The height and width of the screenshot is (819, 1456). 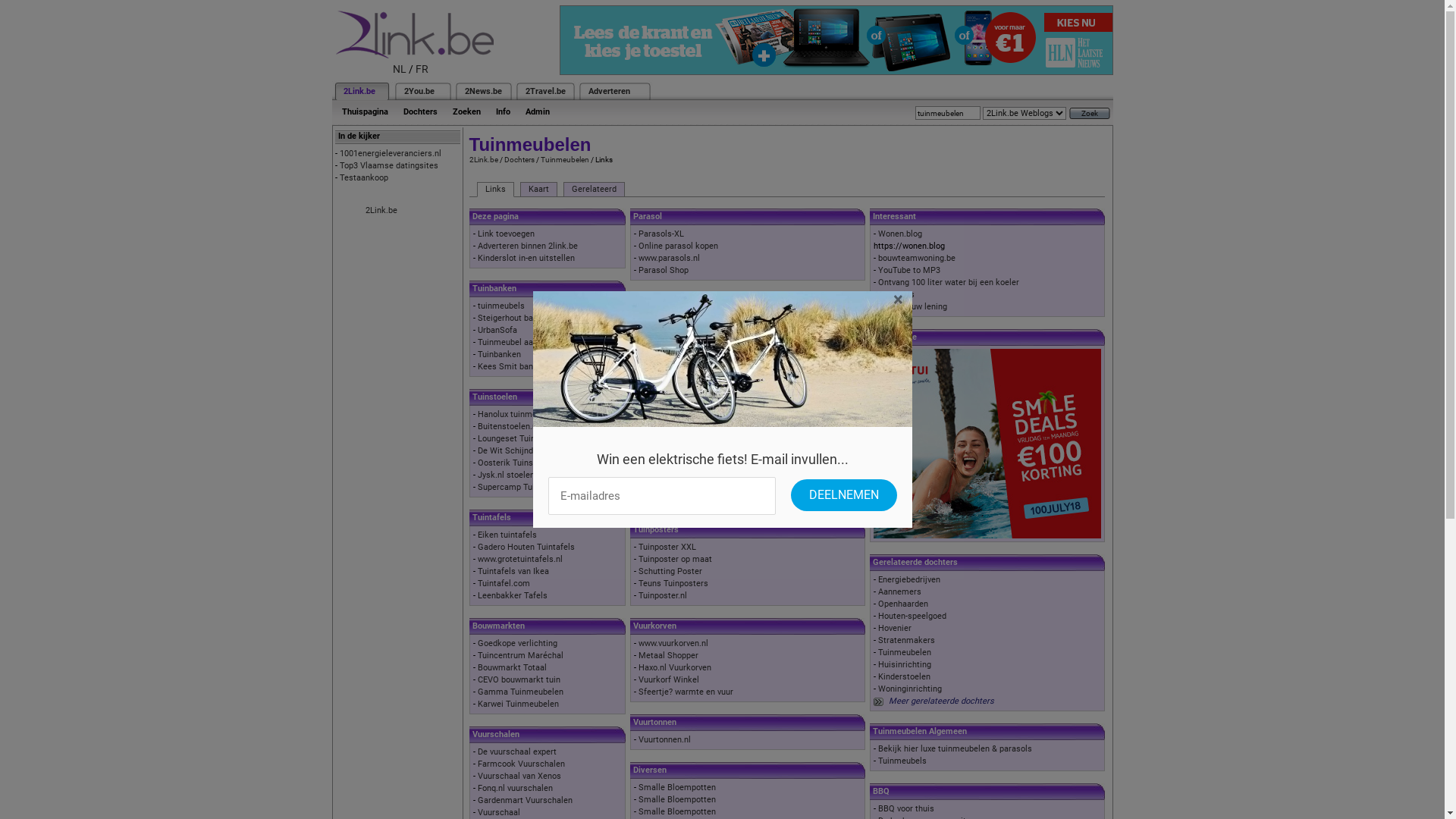 What do you see at coordinates (526, 547) in the screenshot?
I see `'Gadero Houten Tuintafels'` at bounding box center [526, 547].